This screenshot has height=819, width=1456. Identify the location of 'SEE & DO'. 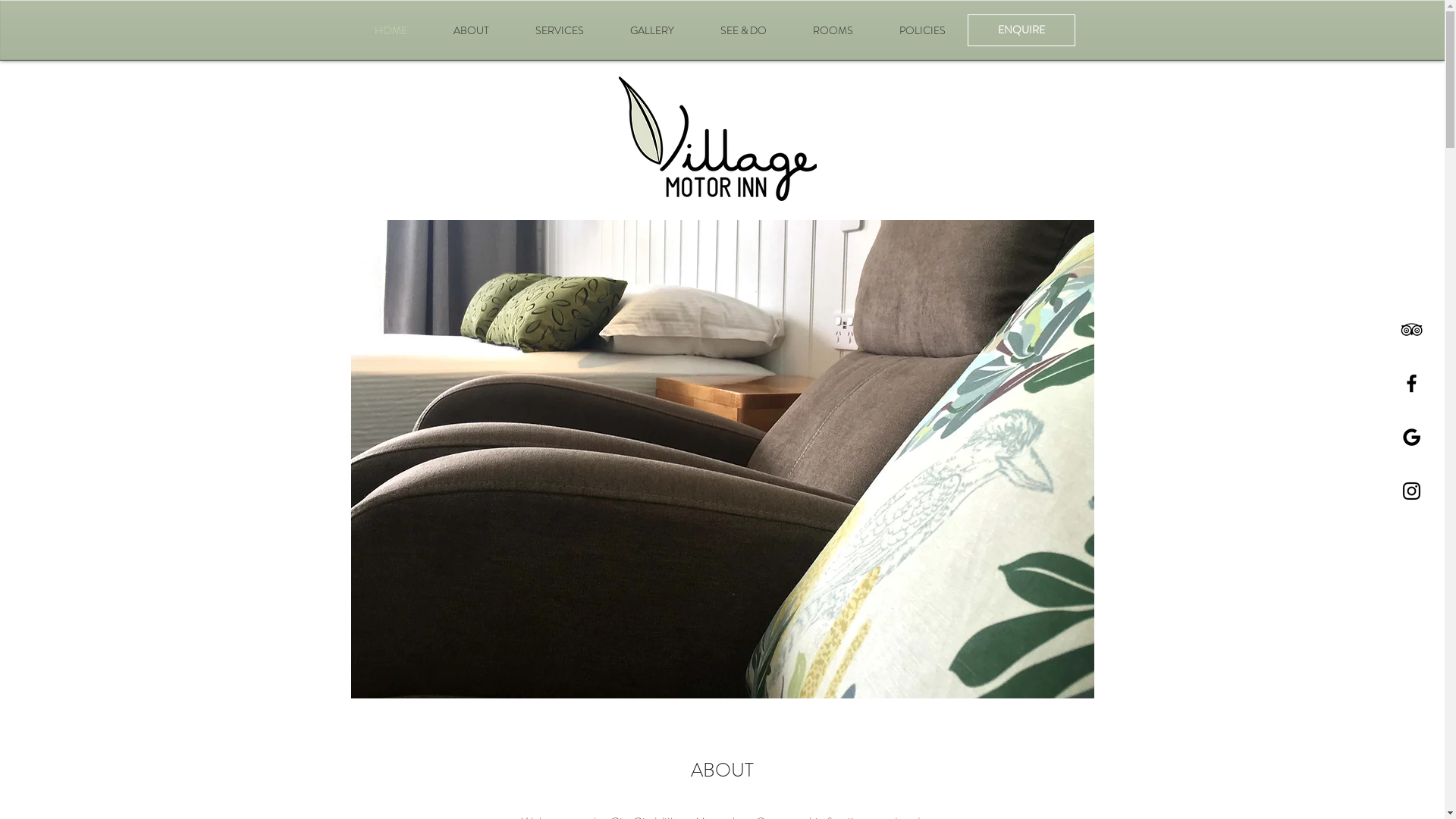
(743, 30).